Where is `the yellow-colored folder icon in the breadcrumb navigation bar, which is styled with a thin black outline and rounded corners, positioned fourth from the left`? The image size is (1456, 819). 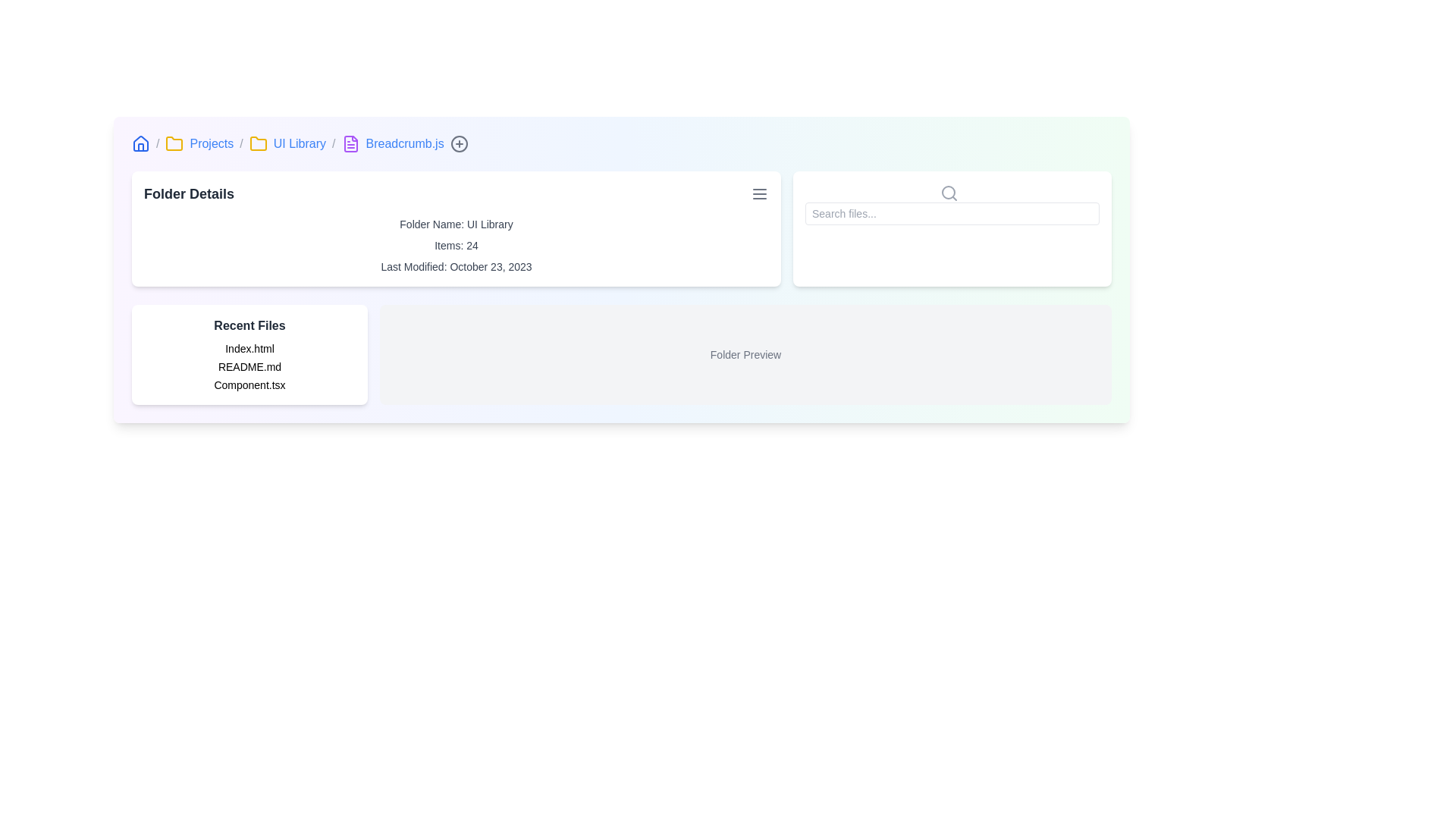
the yellow-colored folder icon in the breadcrumb navigation bar, which is styled with a thin black outline and rounded corners, positioned fourth from the left is located at coordinates (258, 143).